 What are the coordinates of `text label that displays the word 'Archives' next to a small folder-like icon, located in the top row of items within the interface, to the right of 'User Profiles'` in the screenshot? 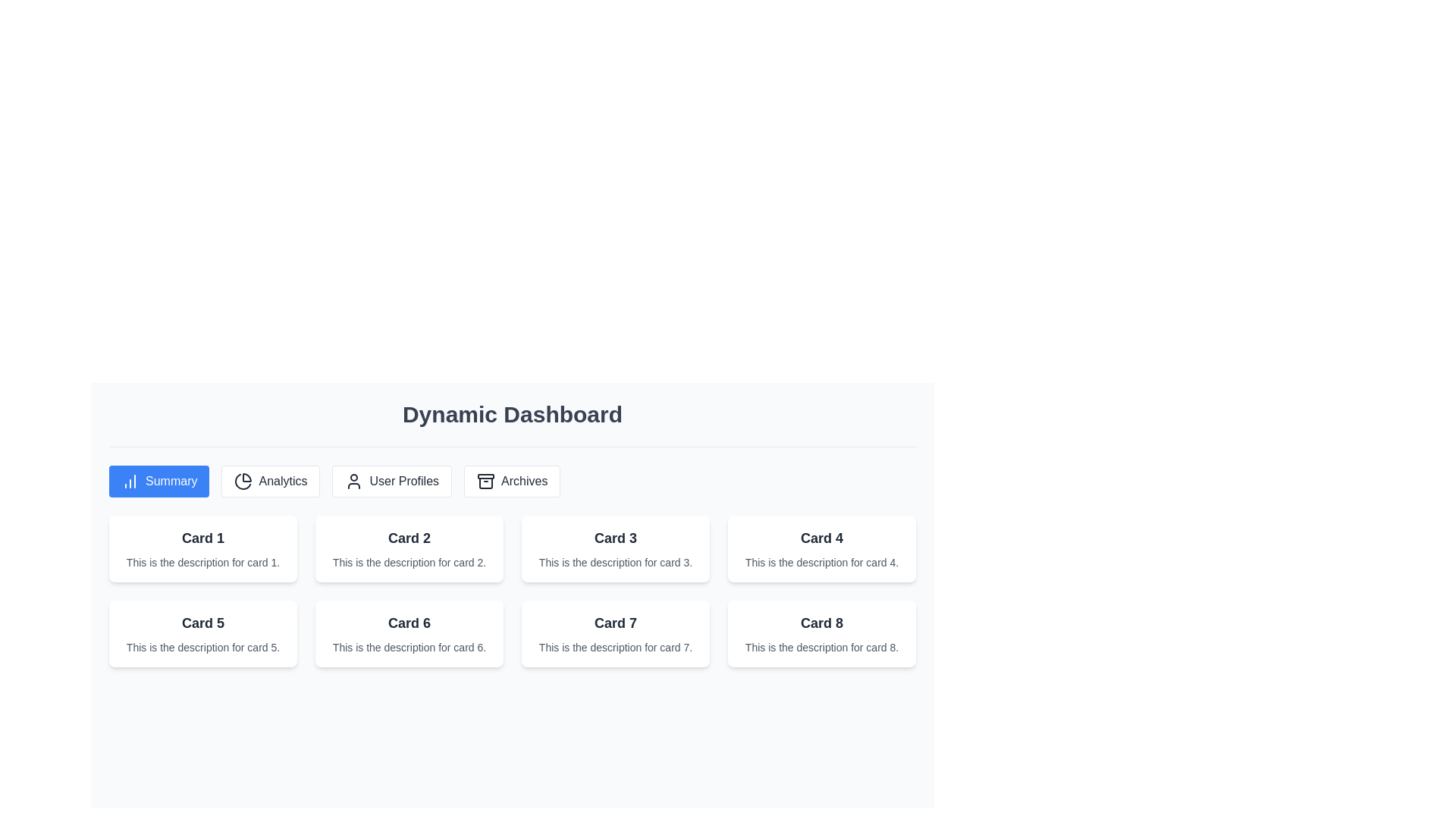 It's located at (512, 482).